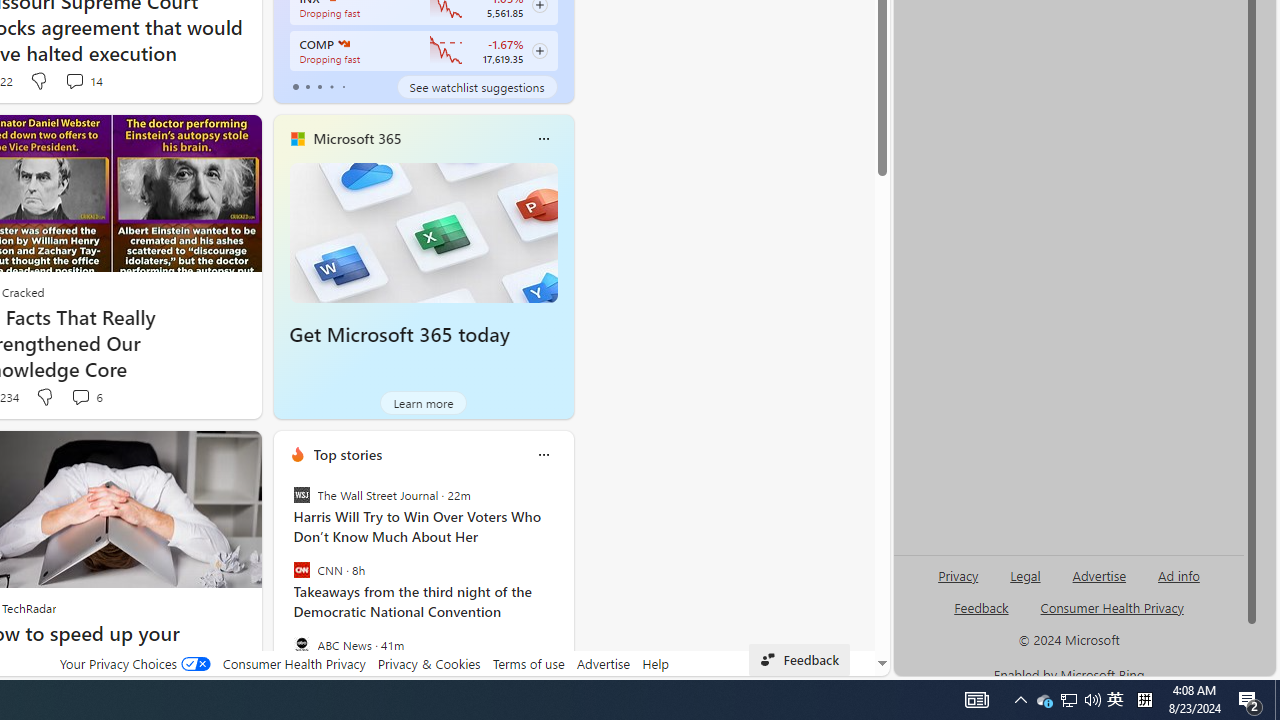  Describe the element at coordinates (331, 86) in the screenshot. I see `'tab-3'` at that location.